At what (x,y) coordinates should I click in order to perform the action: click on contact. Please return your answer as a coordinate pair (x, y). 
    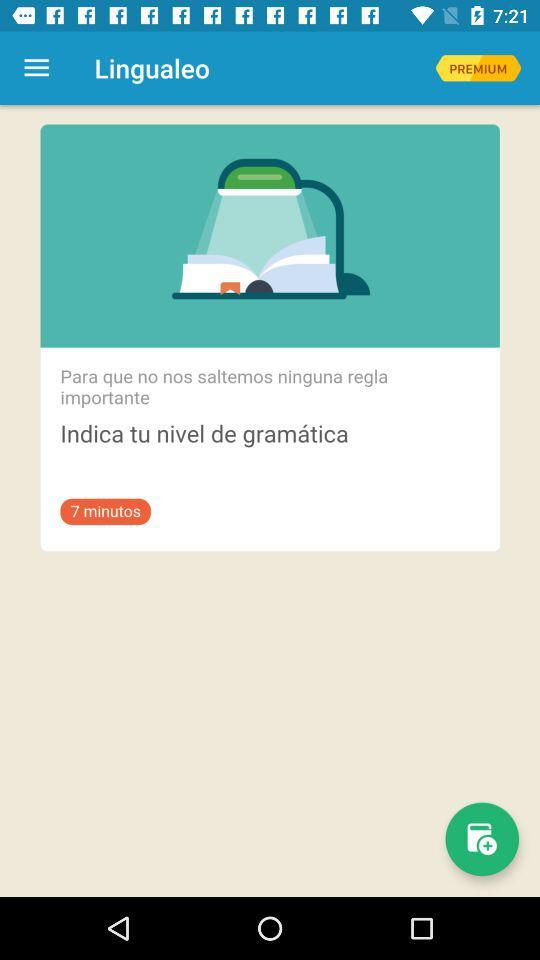
    Looking at the image, I should click on (481, 839).